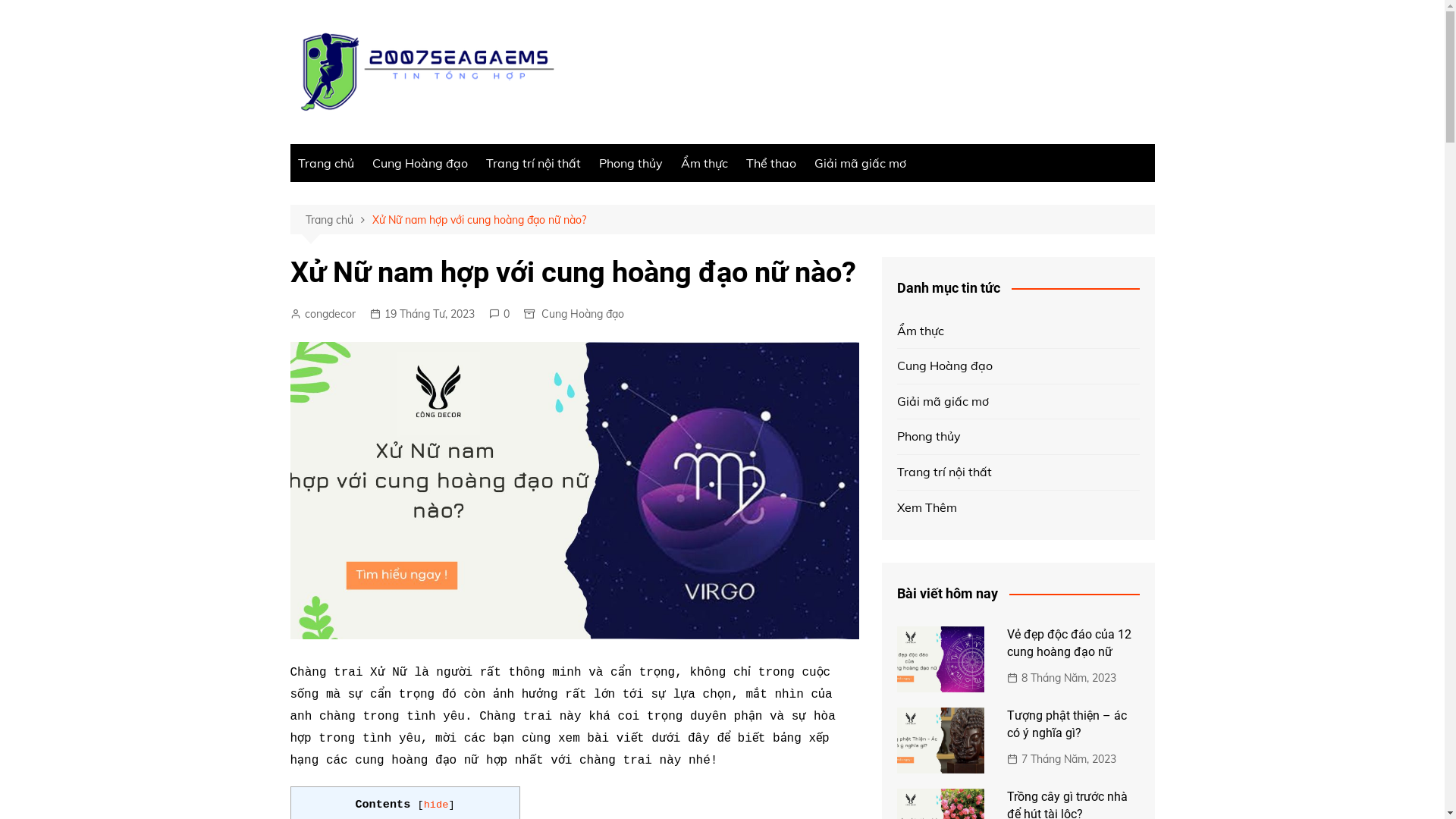  Describe the element at coordinates (435, 804) in the screenshot. I see `'hide'` at that location.